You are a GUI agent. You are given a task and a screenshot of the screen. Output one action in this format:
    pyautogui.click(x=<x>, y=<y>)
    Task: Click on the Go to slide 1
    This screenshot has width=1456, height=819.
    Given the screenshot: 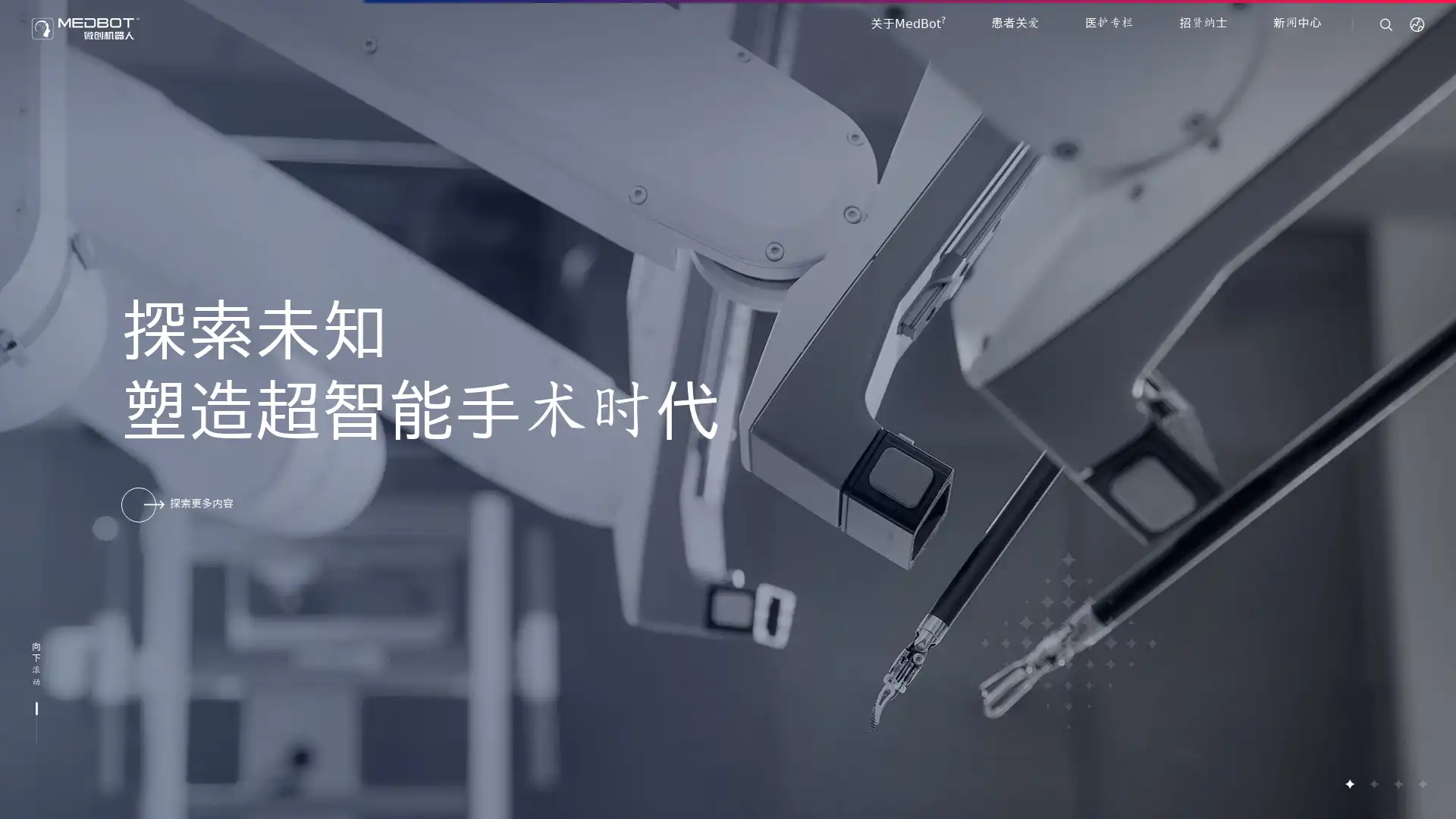 What is the action you would take?
    pyautogui.click(x=1349, y=783)
    